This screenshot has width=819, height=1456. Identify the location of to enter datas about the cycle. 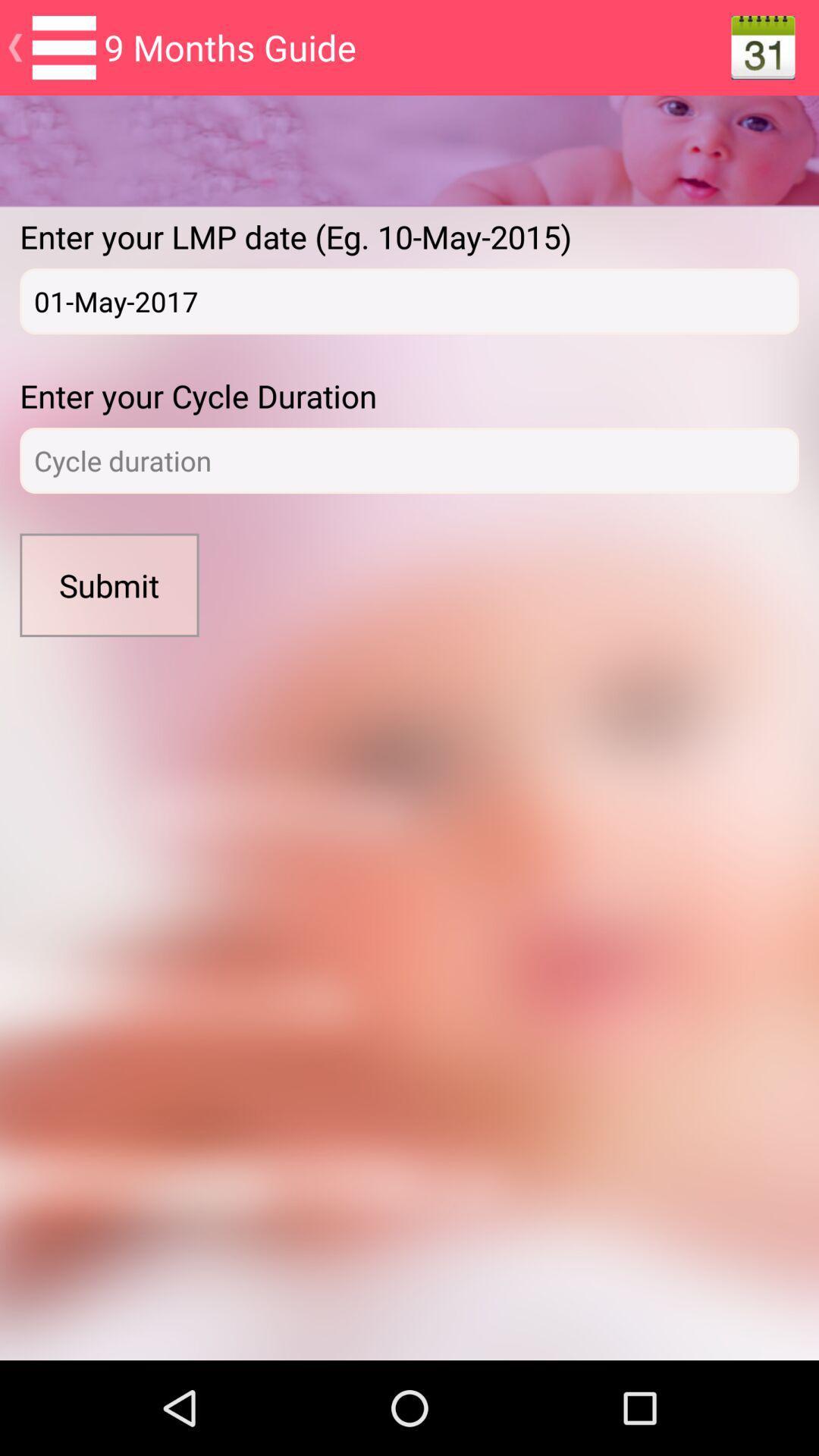
(409, 460).